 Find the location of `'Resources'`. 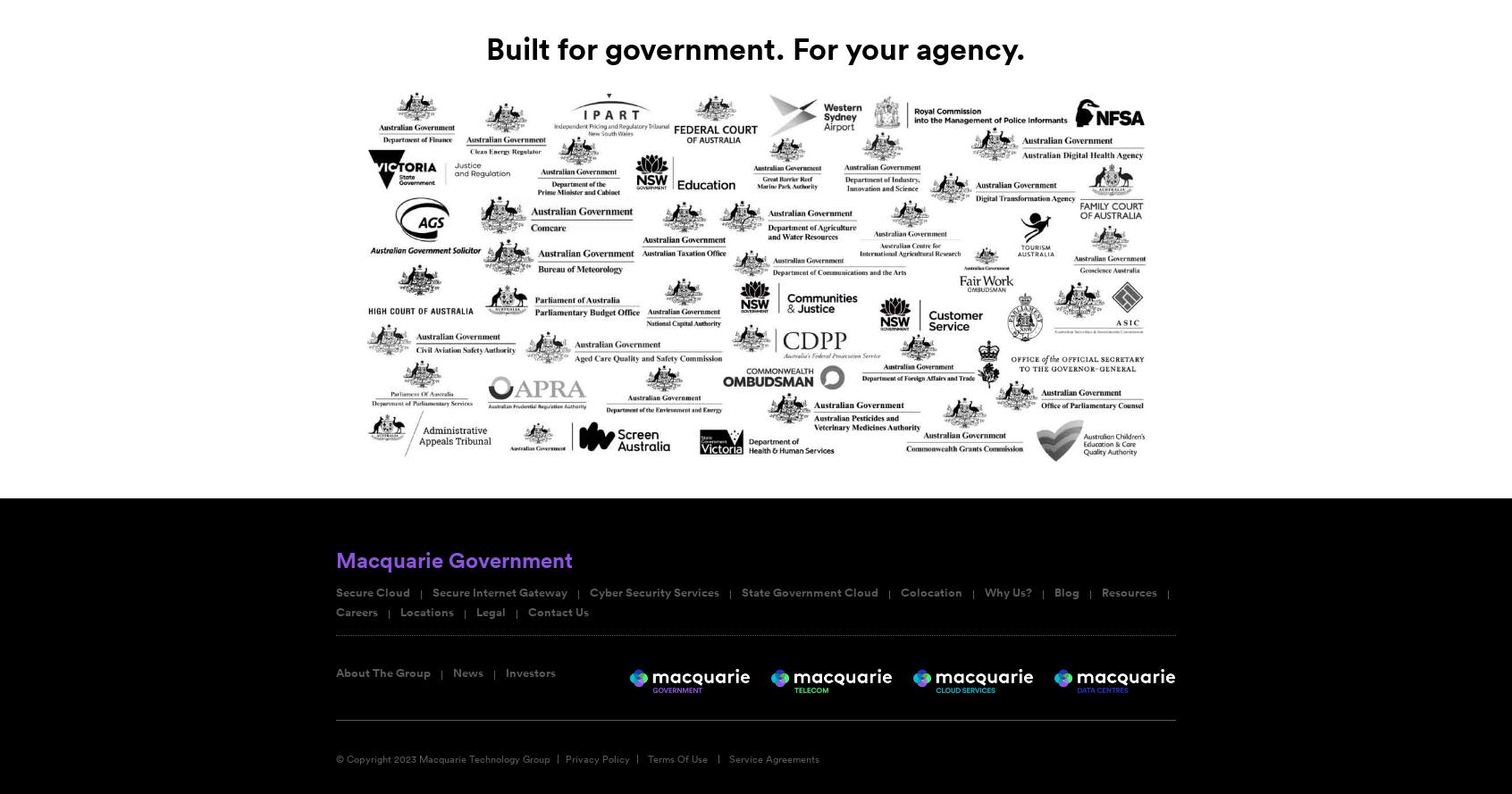

'Resources' is located at coordinates (1129, 592).